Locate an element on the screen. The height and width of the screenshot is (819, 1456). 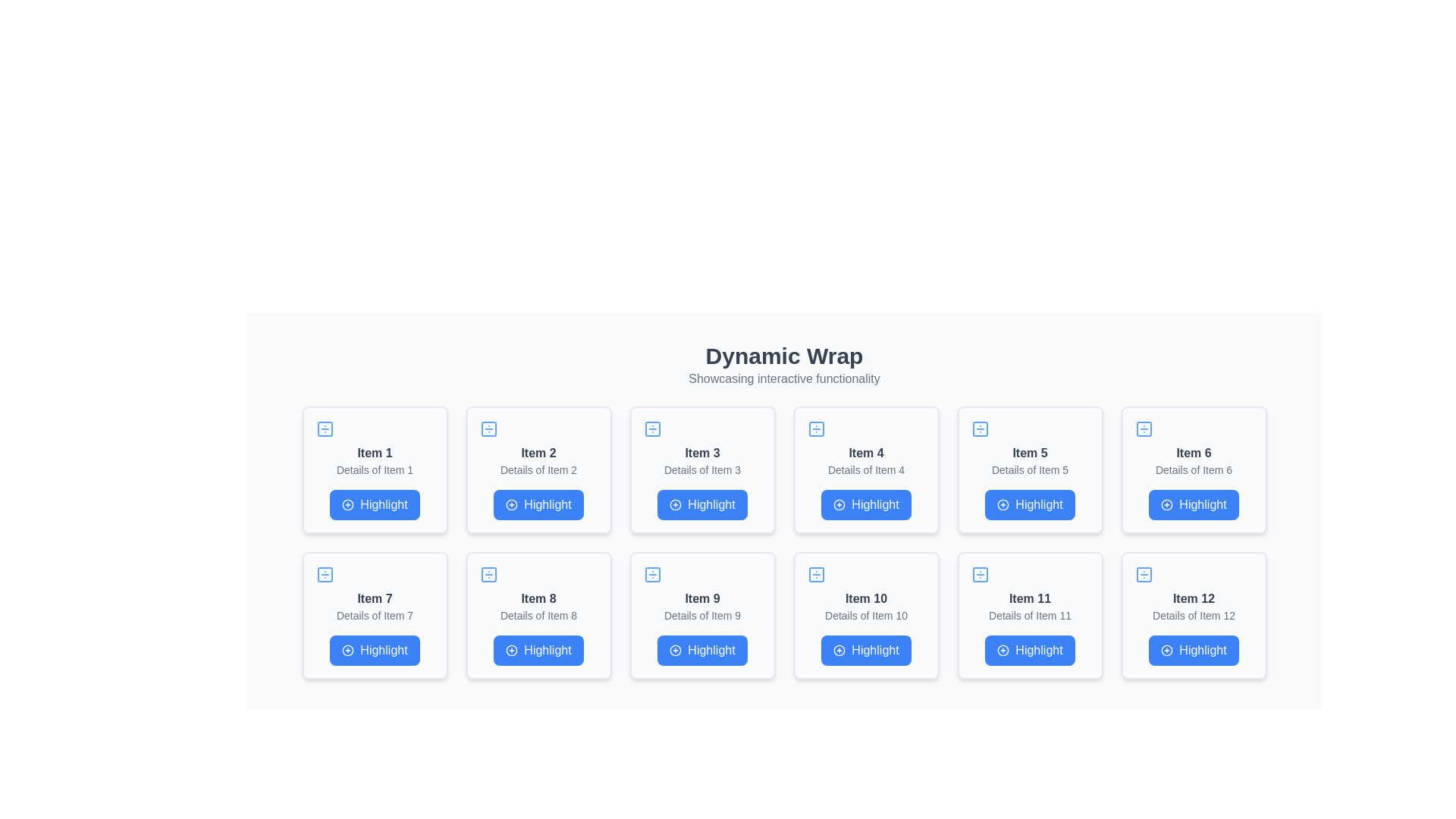
the 'Highlight' button is located at coordinates (1030, 649).